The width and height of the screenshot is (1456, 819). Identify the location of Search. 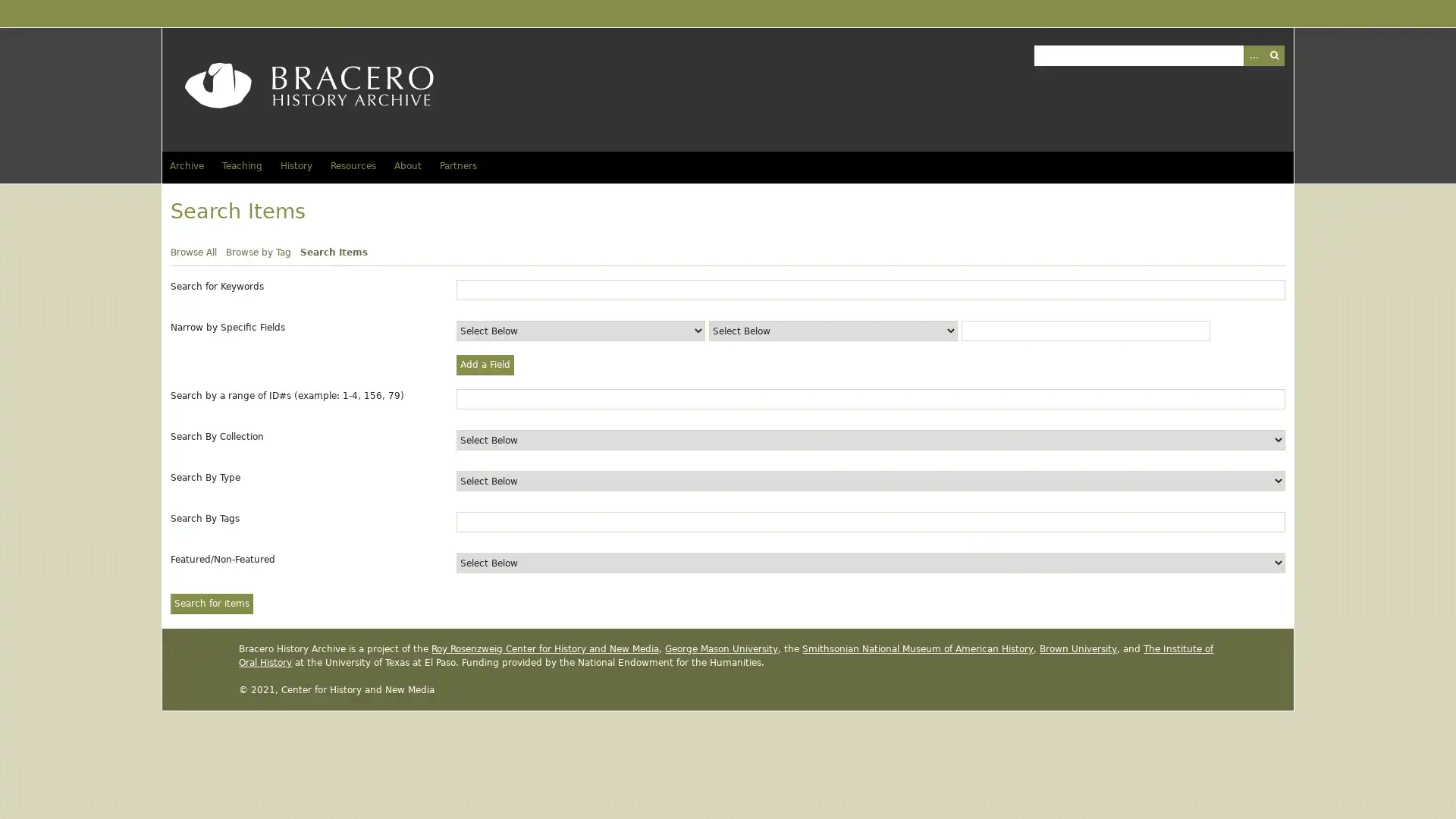
(1273, 54).